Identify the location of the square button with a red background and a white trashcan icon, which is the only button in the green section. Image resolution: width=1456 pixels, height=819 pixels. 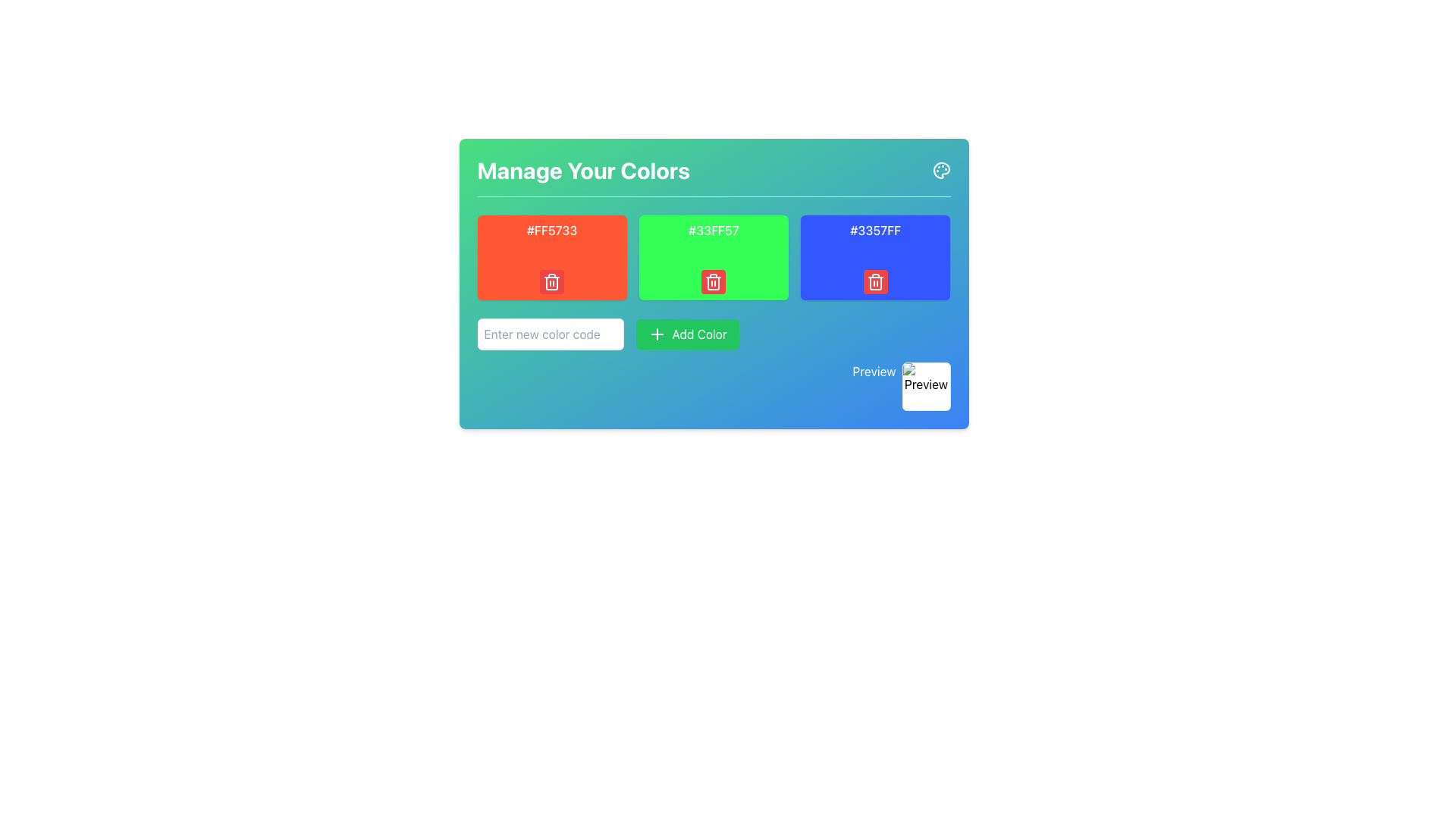
(713, 281).